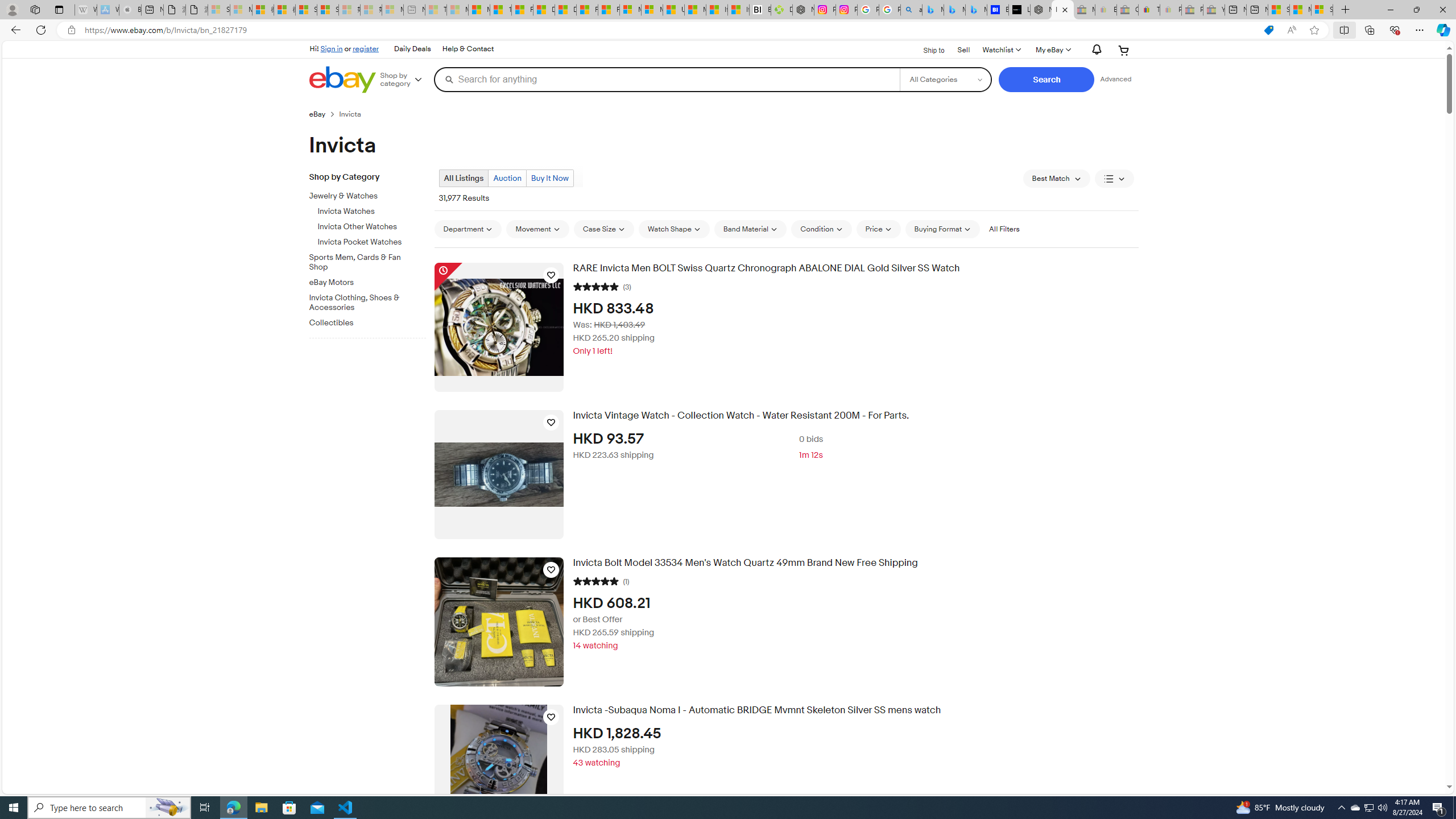 The image size is (1456, 819). Describe the element at coordinates (1124, 49) in the screenshot. I see `'Expand Cart'` at that location.